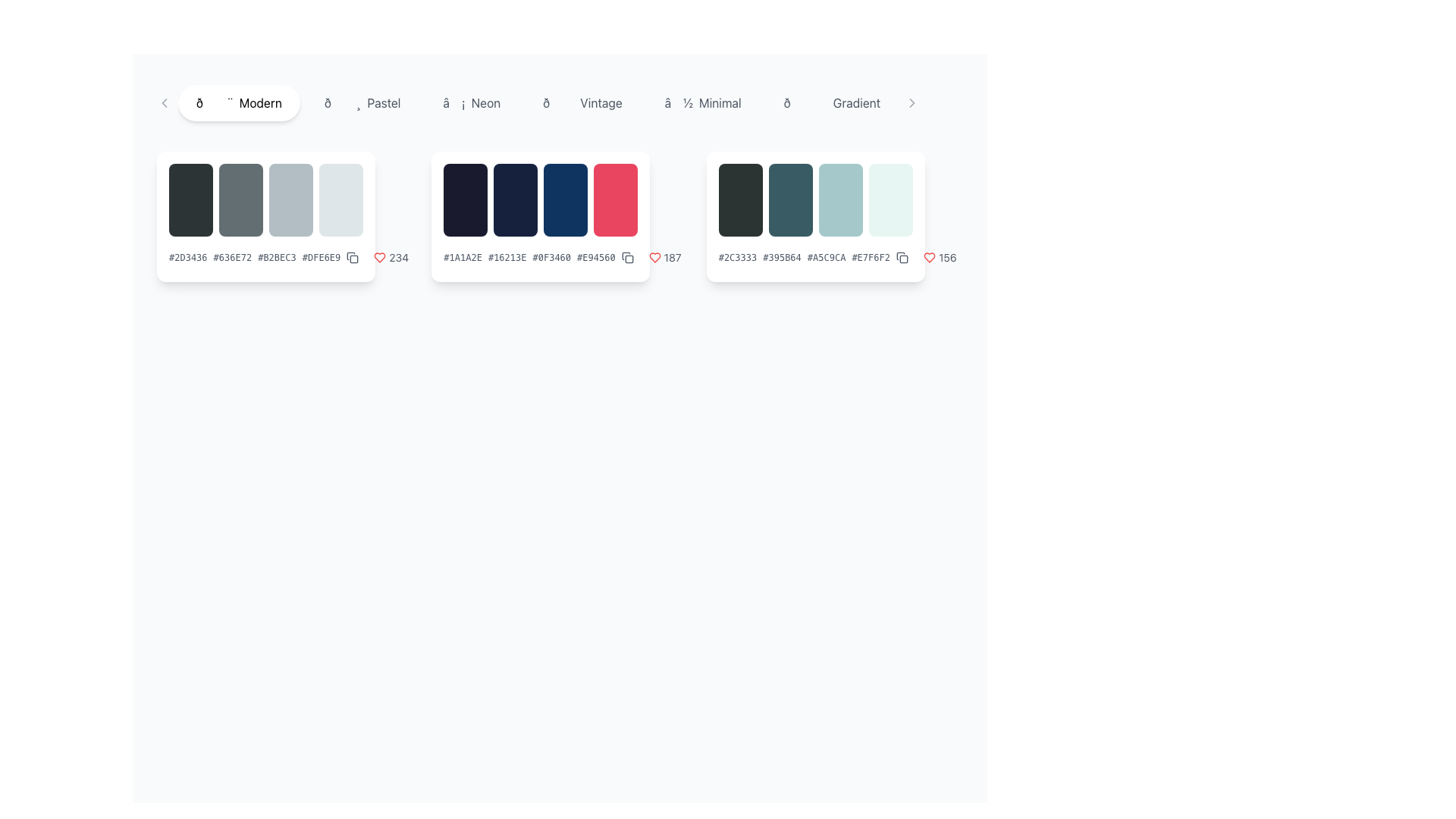  Describe the element at coordinates (541, 199) in the screenshot. I see `the Color Display Strip located in the middle card of the horizontally scrolling color palette` at that location.